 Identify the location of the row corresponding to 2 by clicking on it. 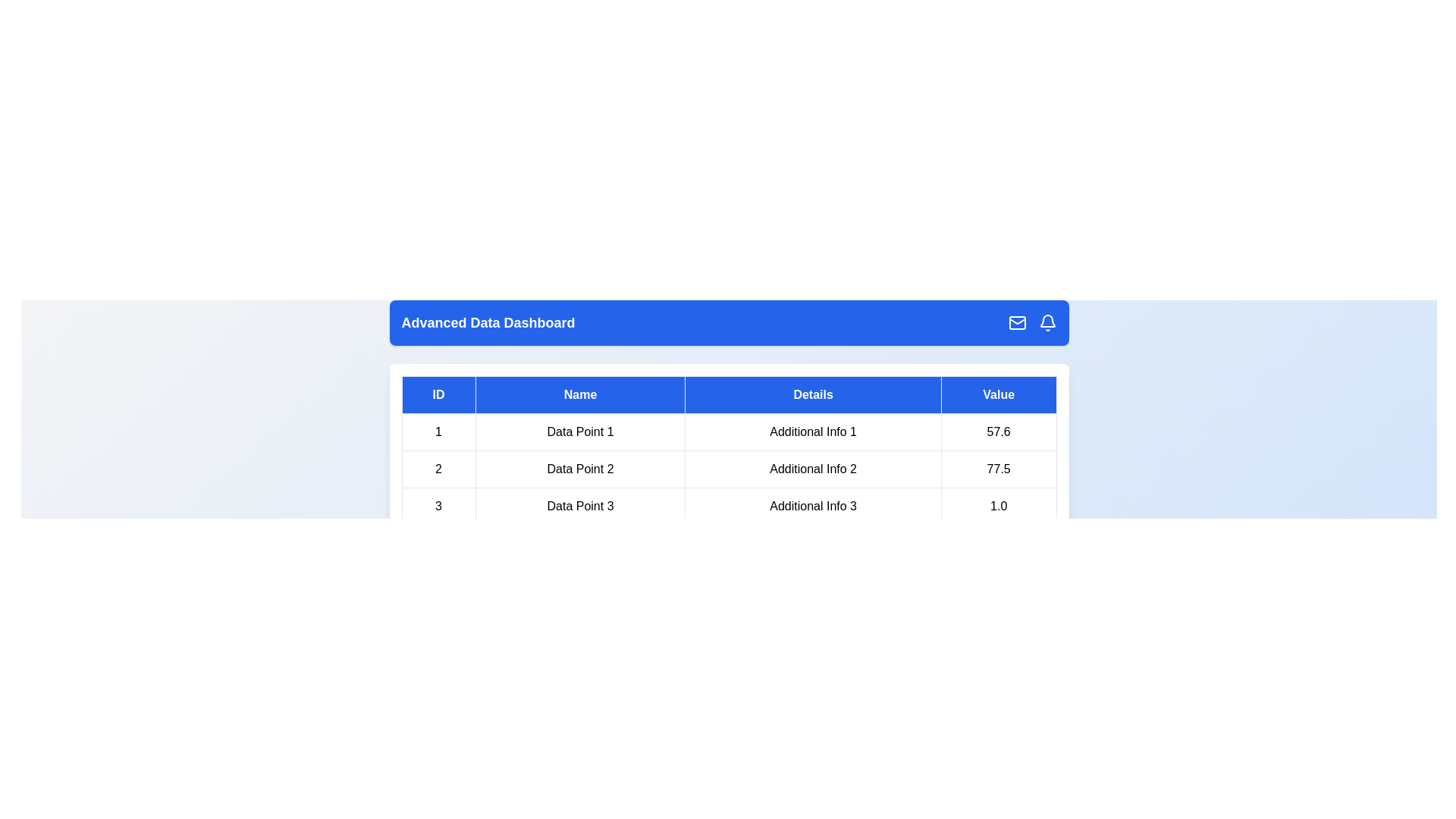
(729, 468).